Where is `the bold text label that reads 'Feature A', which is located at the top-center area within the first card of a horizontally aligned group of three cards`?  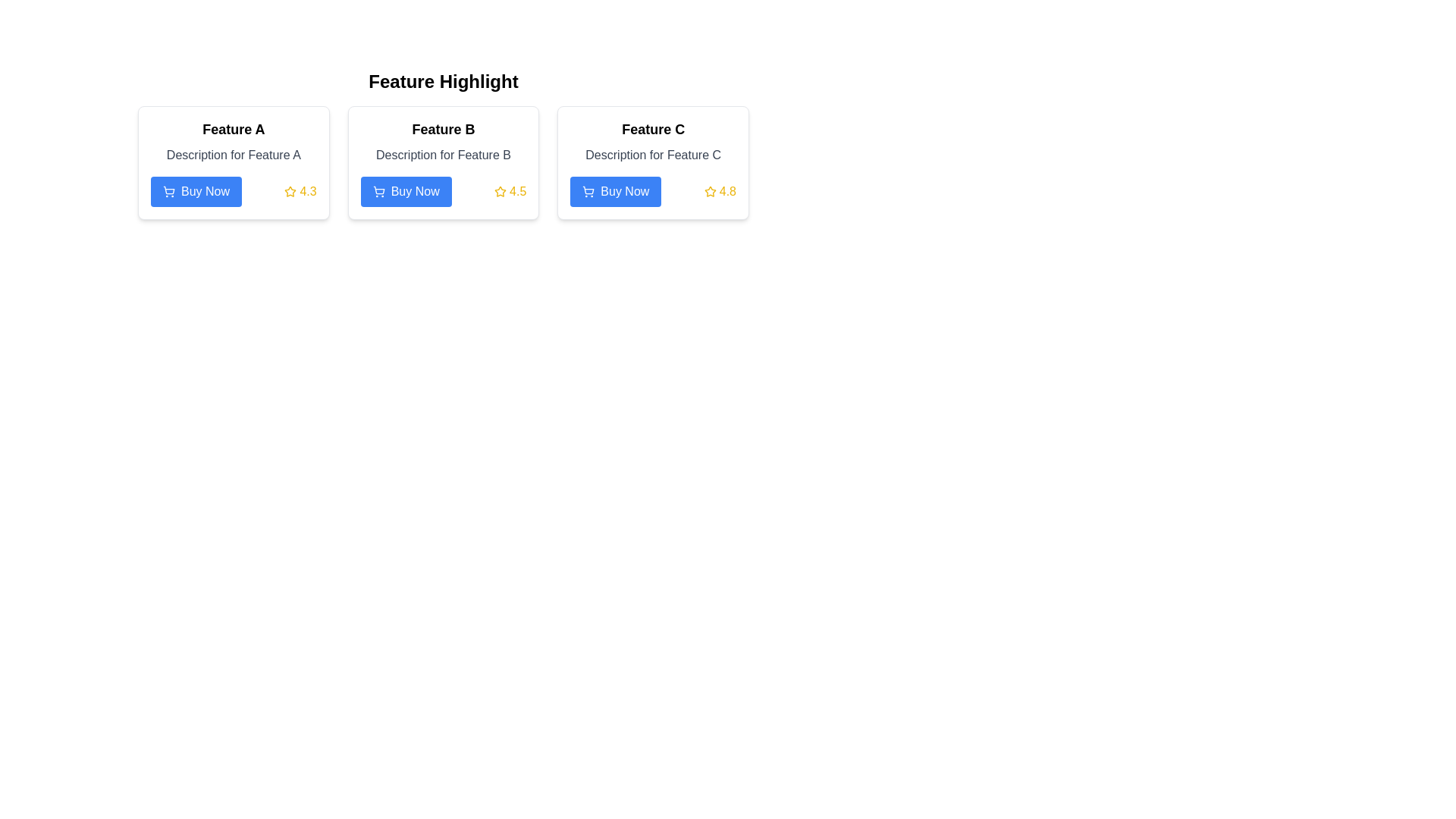 the bold text label that reads 'Feature A', which is located at the top-center area within the first card of a horizontally aligned group of three cards is located at coordinates (233, 128).